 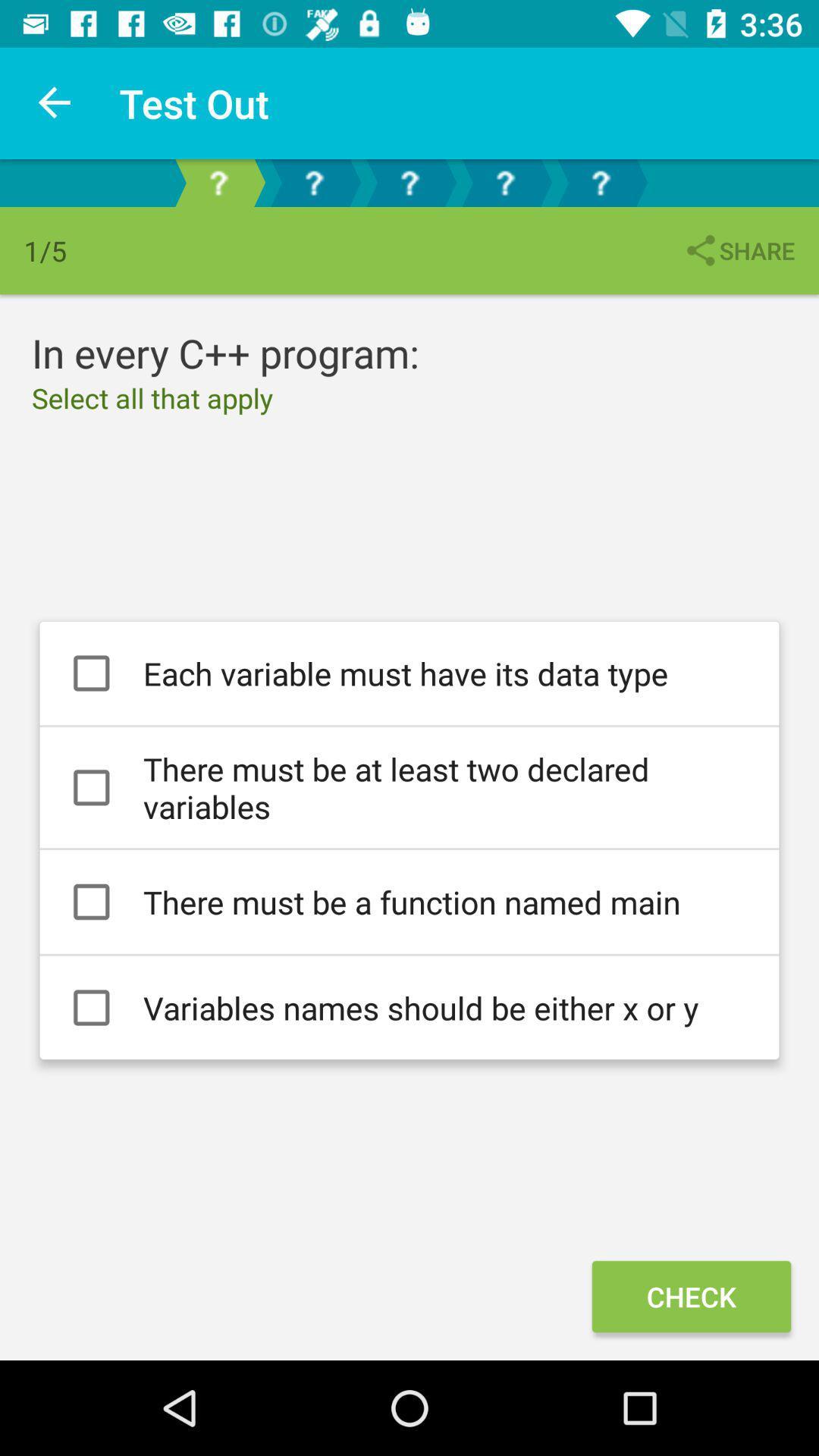 What do you see at coordinates (505, 182) in the screenshot?
I see `the question mark icon` at bounding box center [505, 182].